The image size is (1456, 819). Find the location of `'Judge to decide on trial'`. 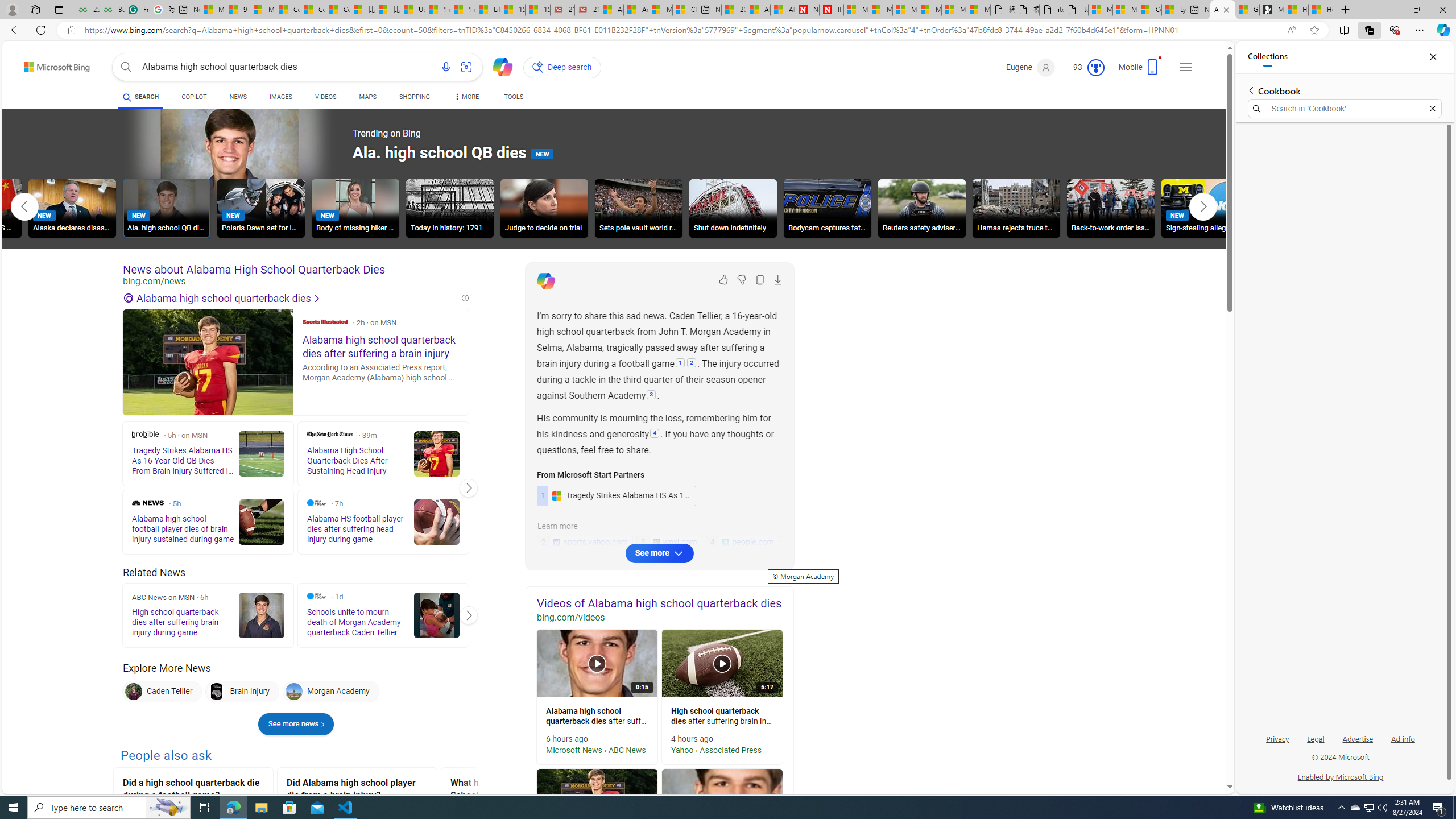

'Judge to decide on trial' is located at coordinates (544, 210).